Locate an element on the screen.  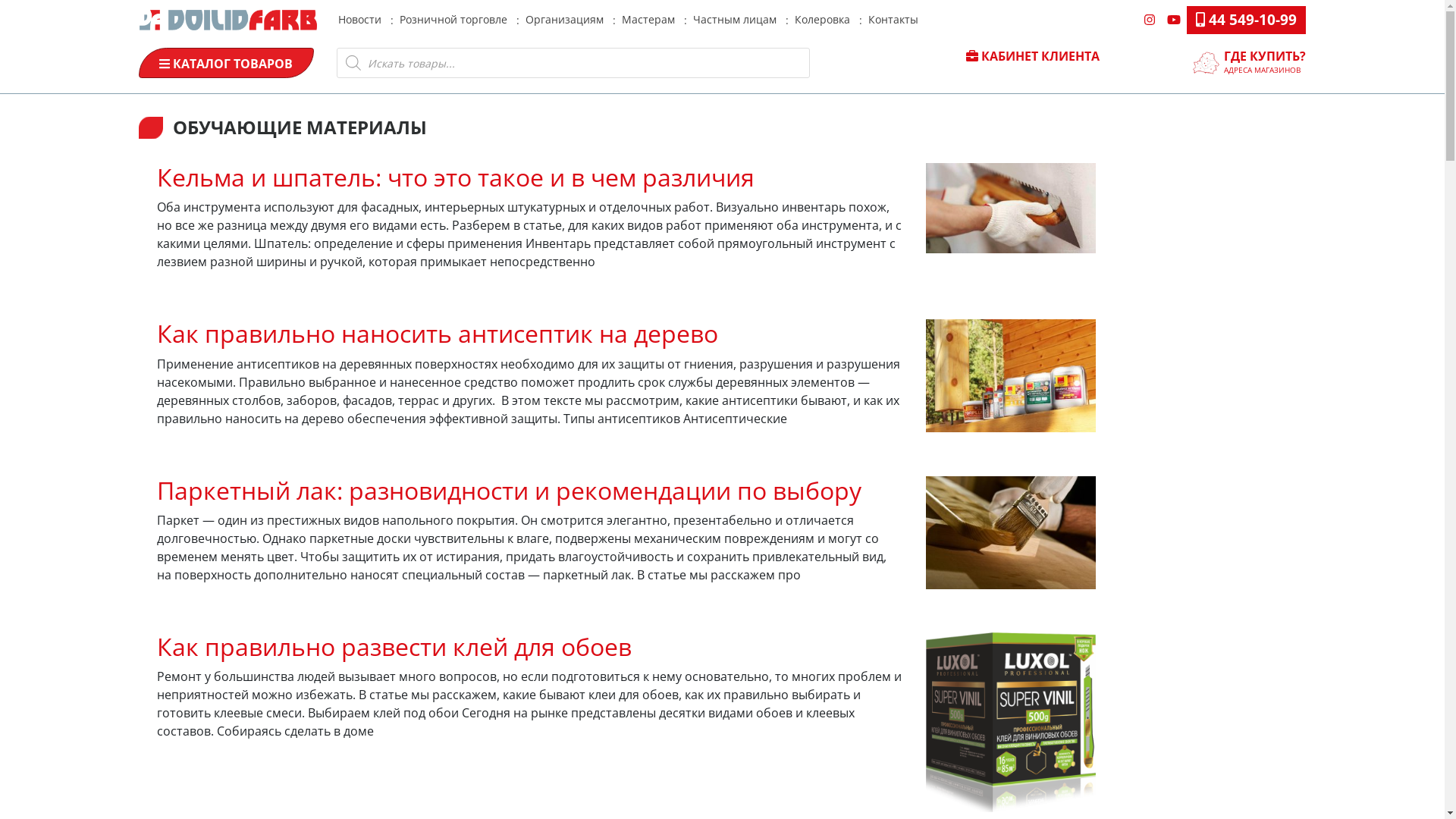
'44 549-10-99' is located at coordinates (1245, 20).